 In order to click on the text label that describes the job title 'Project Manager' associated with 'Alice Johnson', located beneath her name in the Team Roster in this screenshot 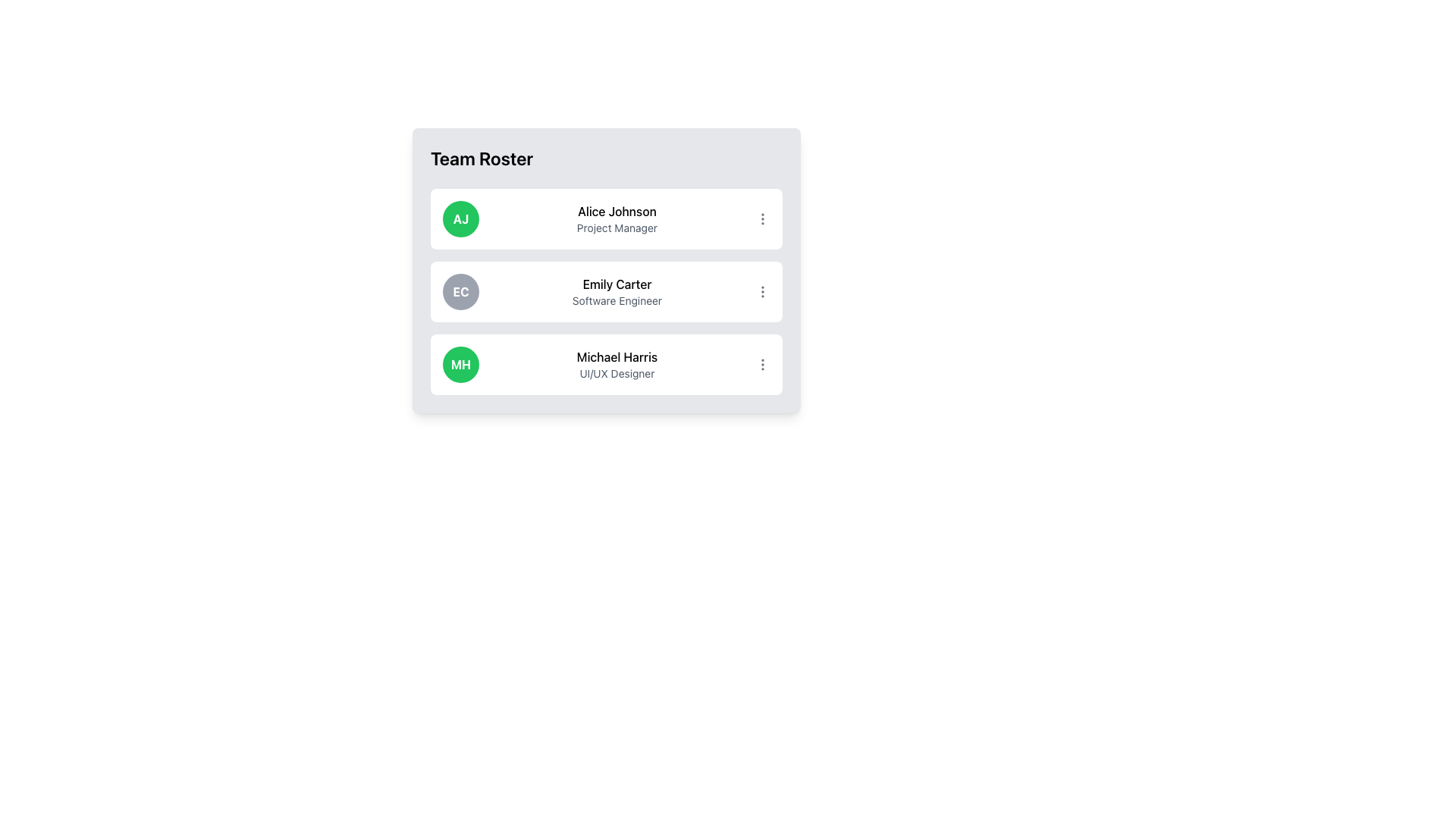, I will do `click(617, 227)`.